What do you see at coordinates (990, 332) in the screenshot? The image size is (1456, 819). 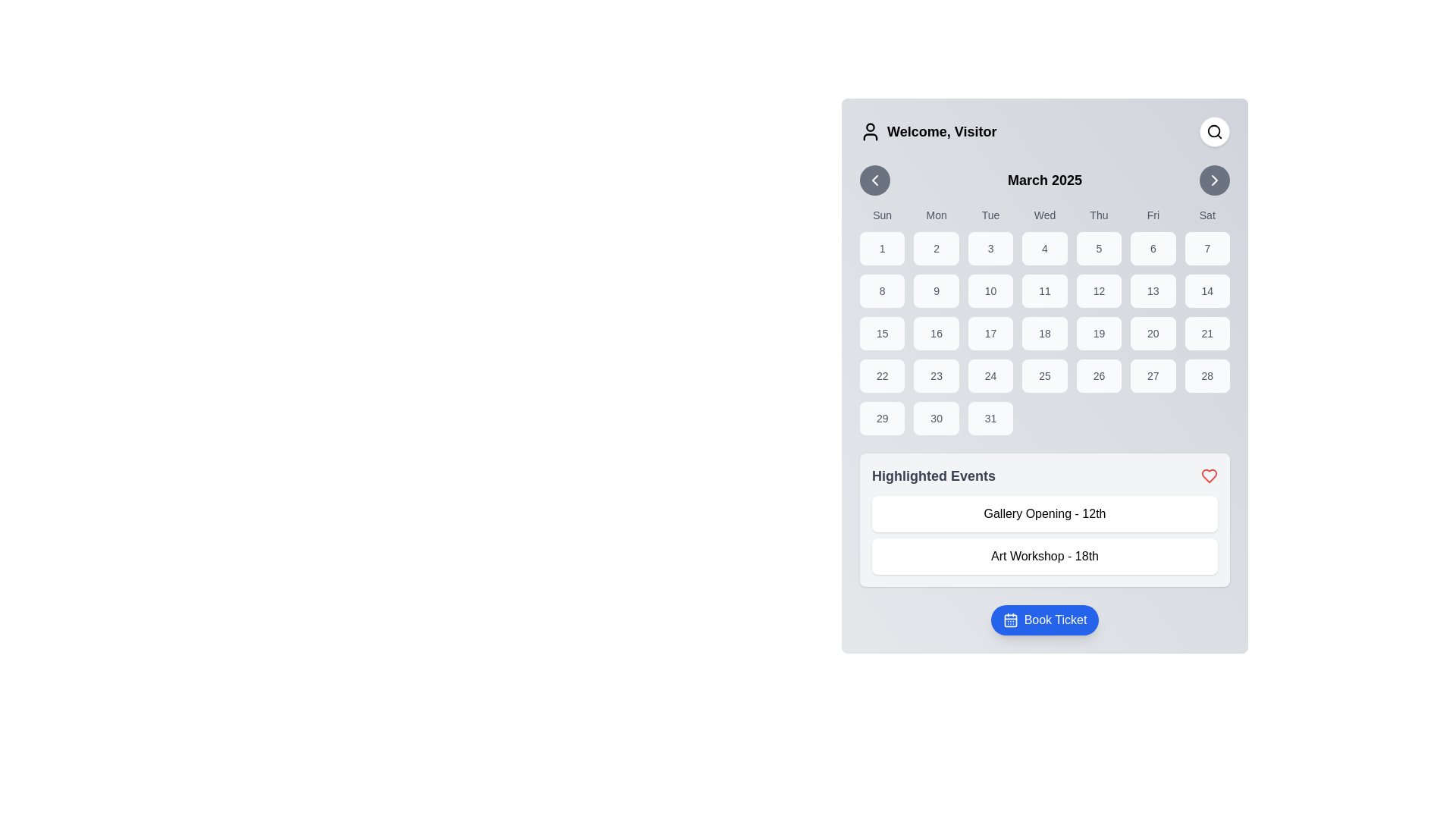 I see `the Calendar date item displaying the number '17' in the fourth row, third column of the March 2025 calendar` at bounding box center [990, 332].